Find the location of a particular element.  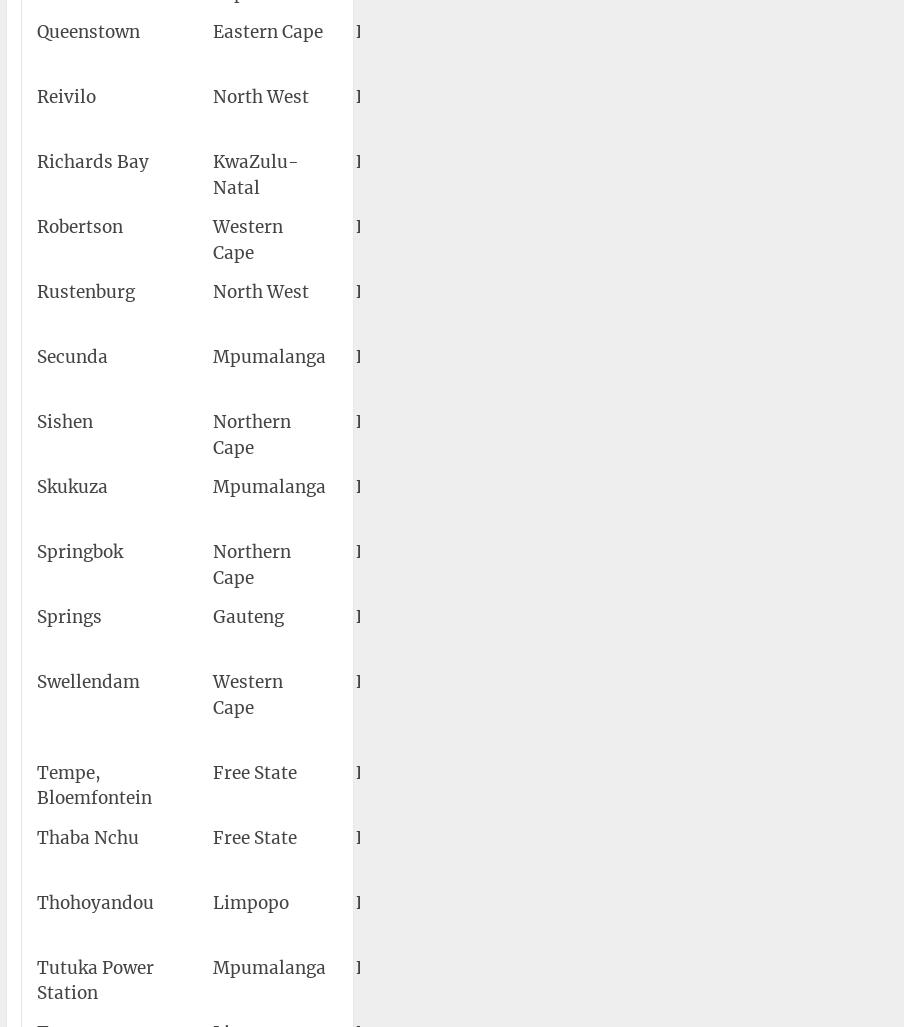

'Skukuza Airport' is located at coordinates (516, 487).